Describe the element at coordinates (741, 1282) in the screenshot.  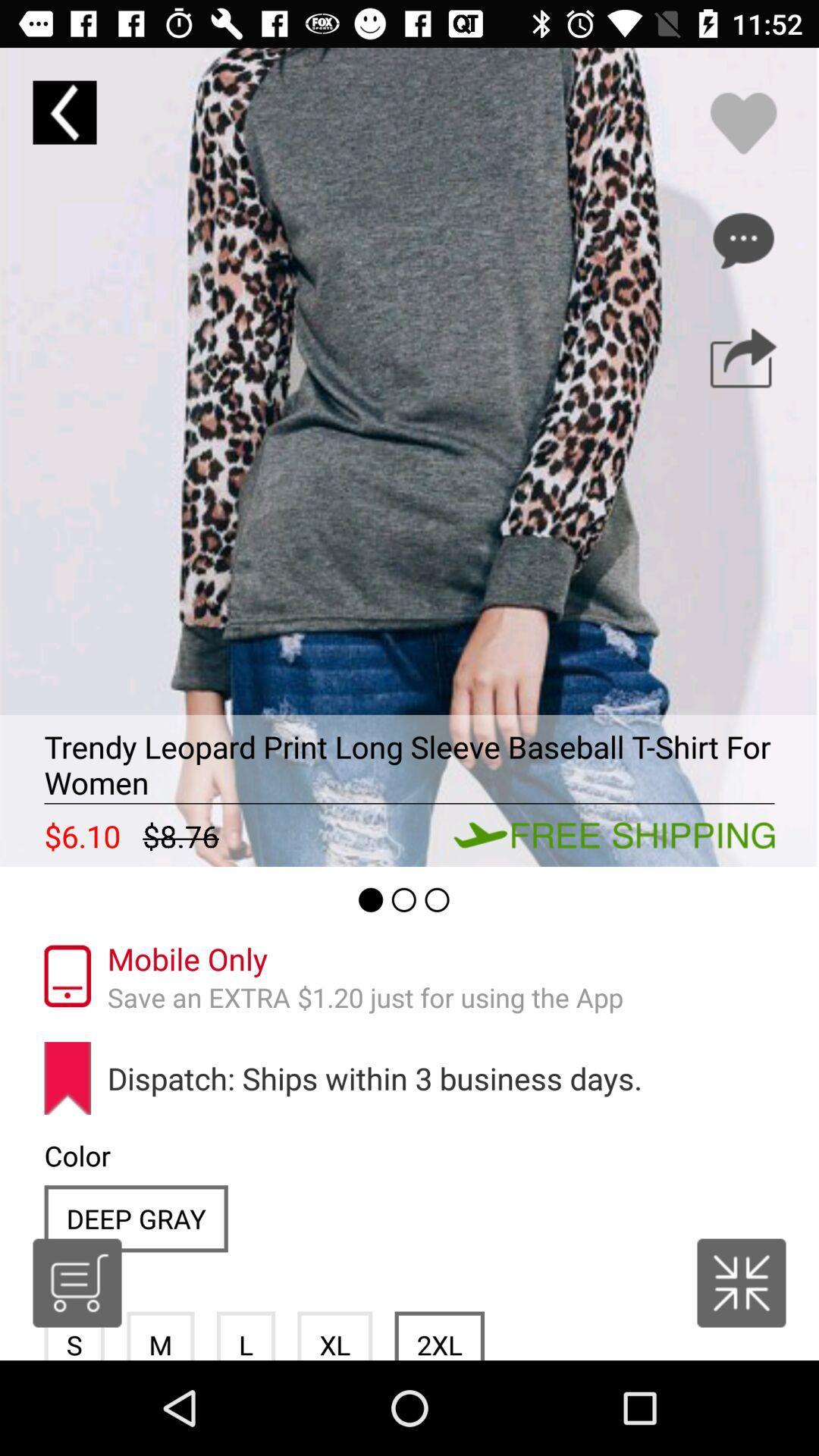
I see `the icon at the bottom right corner` at that location.